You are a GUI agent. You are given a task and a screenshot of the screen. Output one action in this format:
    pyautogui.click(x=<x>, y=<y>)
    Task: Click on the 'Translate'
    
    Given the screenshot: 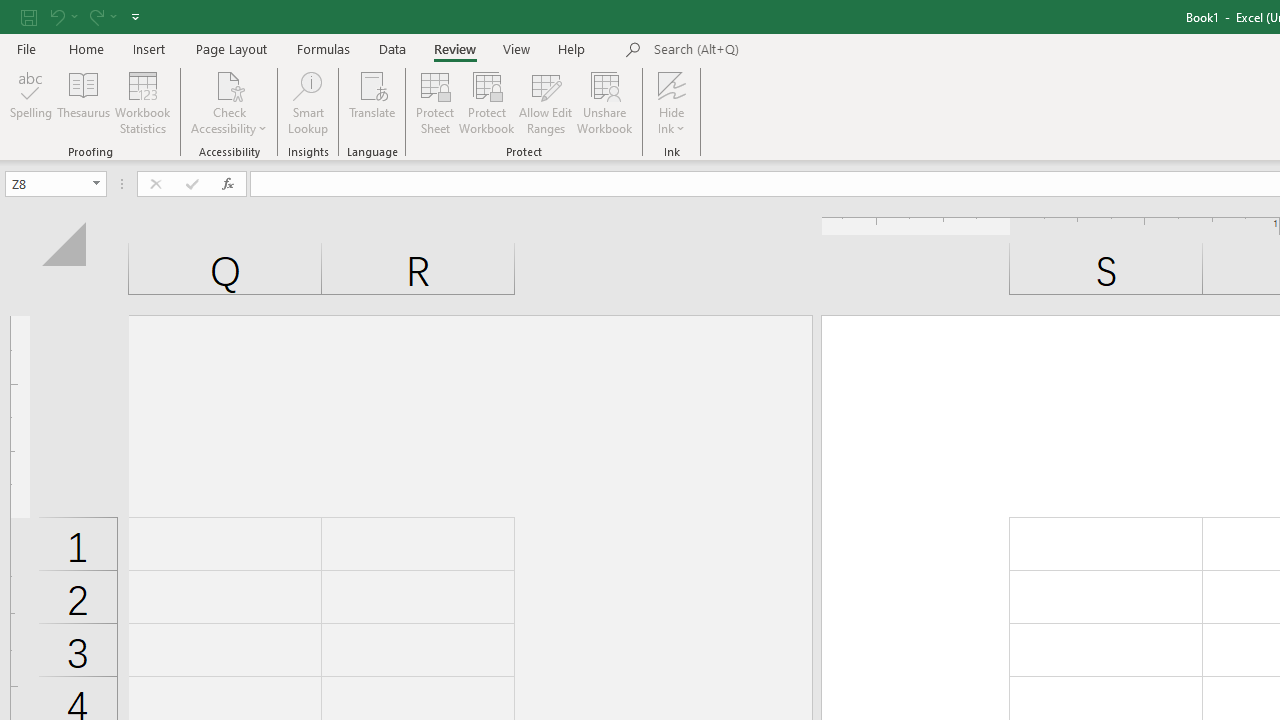 What is the action you would take?
    pyautogui.click(x=372, y=103)
    